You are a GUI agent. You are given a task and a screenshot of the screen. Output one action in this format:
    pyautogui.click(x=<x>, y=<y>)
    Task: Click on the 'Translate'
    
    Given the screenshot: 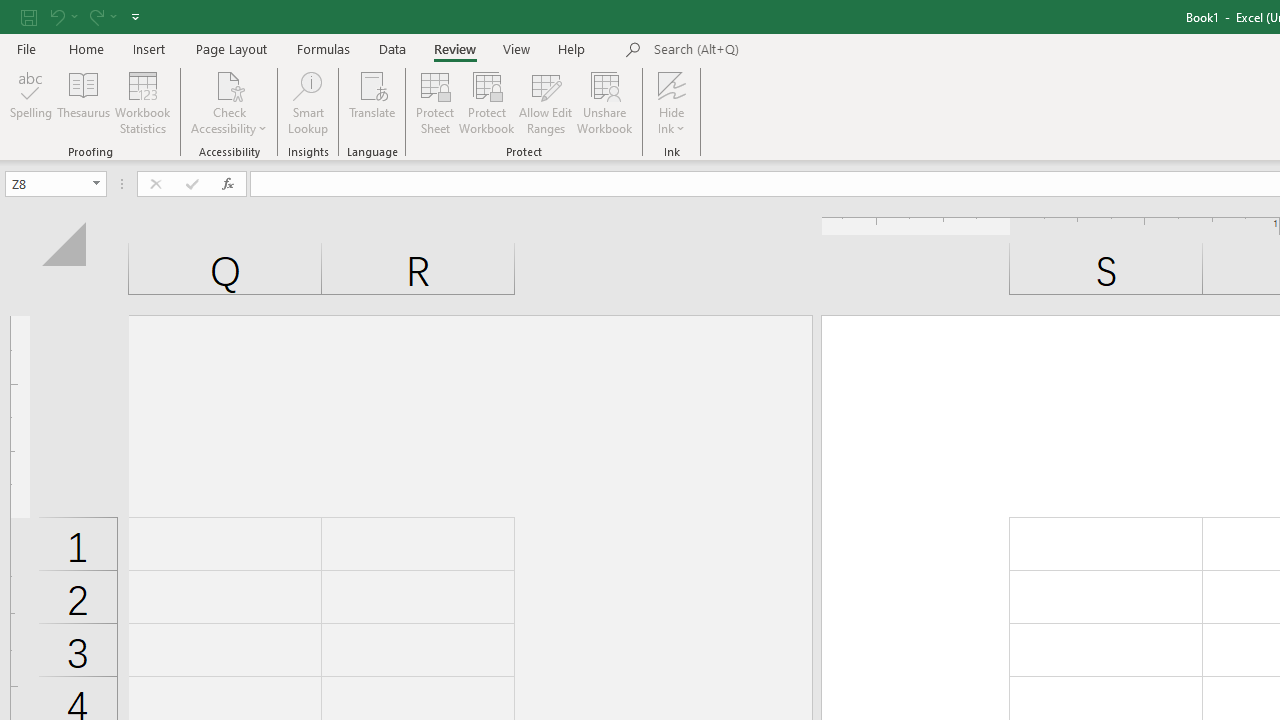 What is the action you would take?
    pyautogui.click(x=372, y=103)
    